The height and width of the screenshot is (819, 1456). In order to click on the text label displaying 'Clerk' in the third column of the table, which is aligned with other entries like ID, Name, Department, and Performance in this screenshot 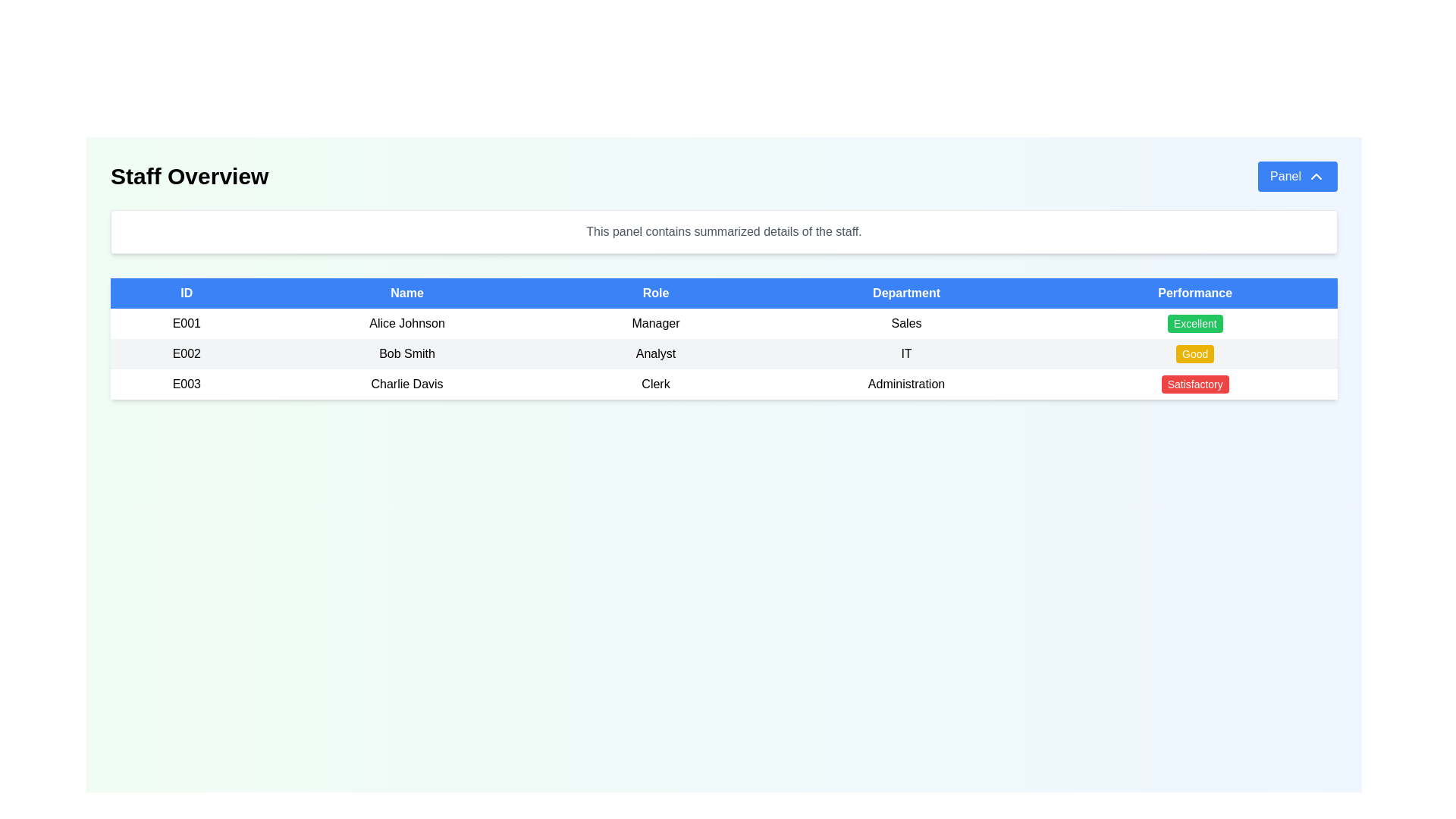, I will do `click(655, 383)`.